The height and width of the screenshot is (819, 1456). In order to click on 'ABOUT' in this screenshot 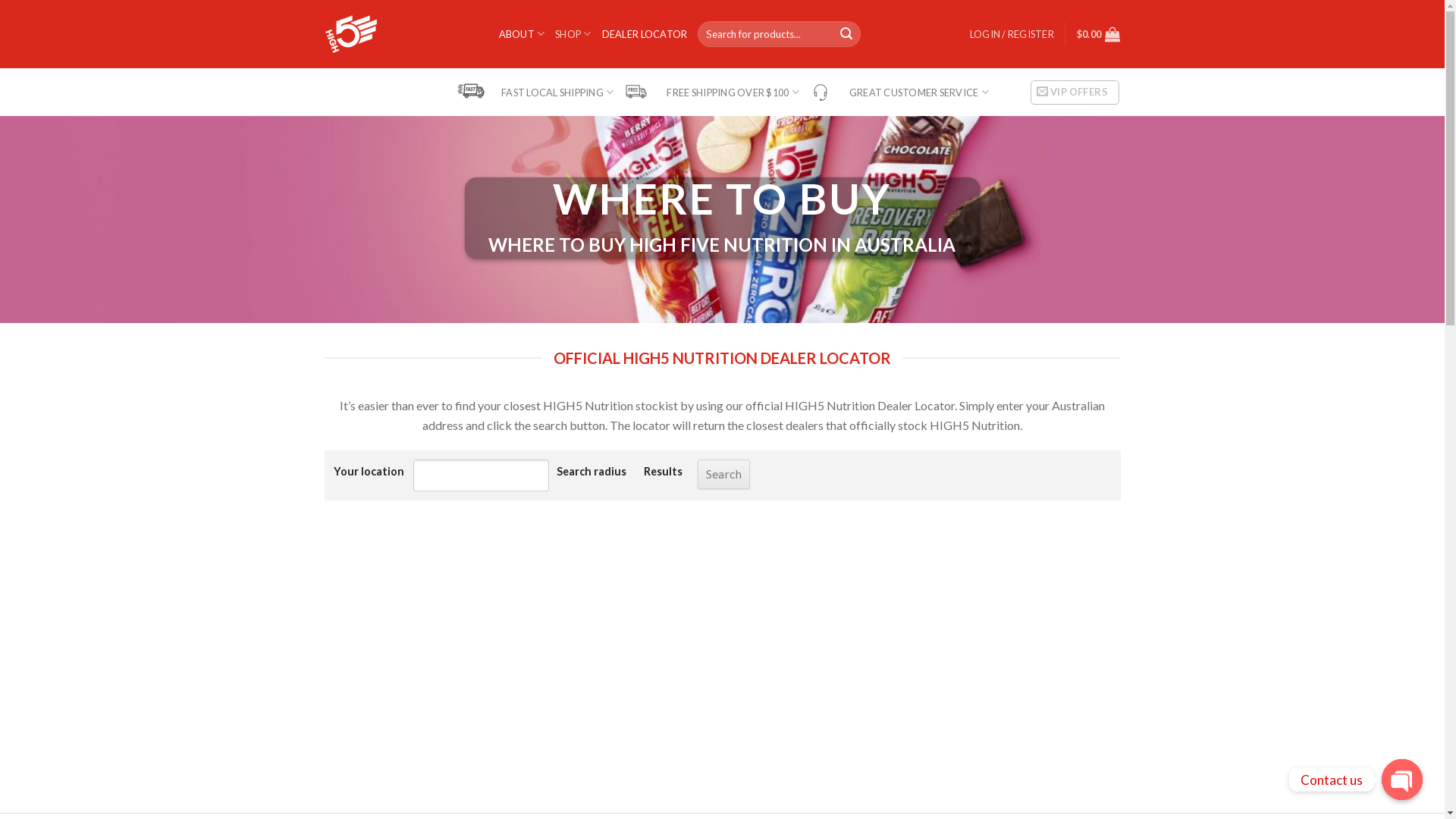, I will do `click(522, 33)`.